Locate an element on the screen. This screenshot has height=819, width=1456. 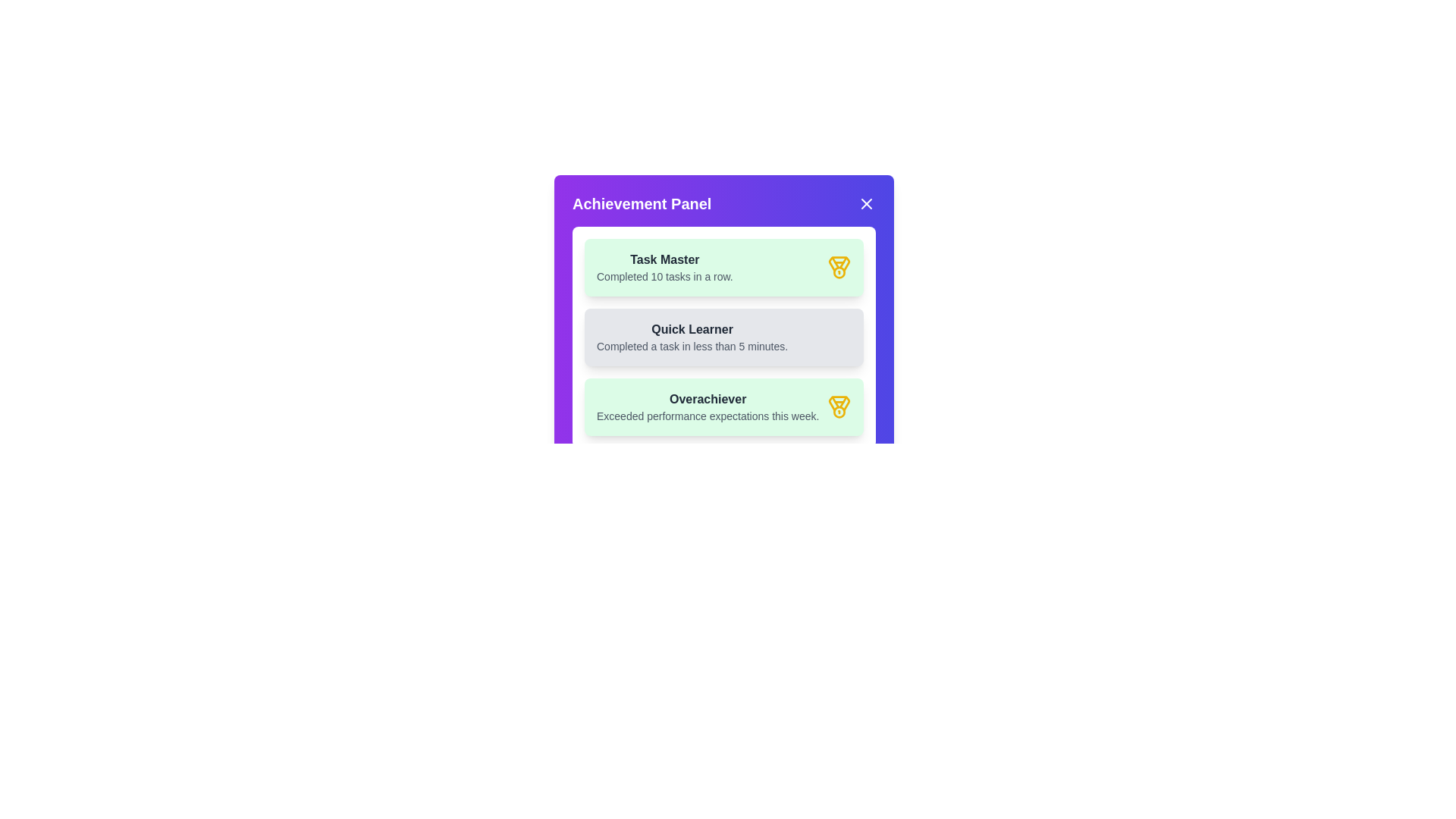
the Achievement Display Component displaying the title 'Overachiever' and the subtitle 'Exceeded performance expectations this week.' is located at coordinates (707, 406).